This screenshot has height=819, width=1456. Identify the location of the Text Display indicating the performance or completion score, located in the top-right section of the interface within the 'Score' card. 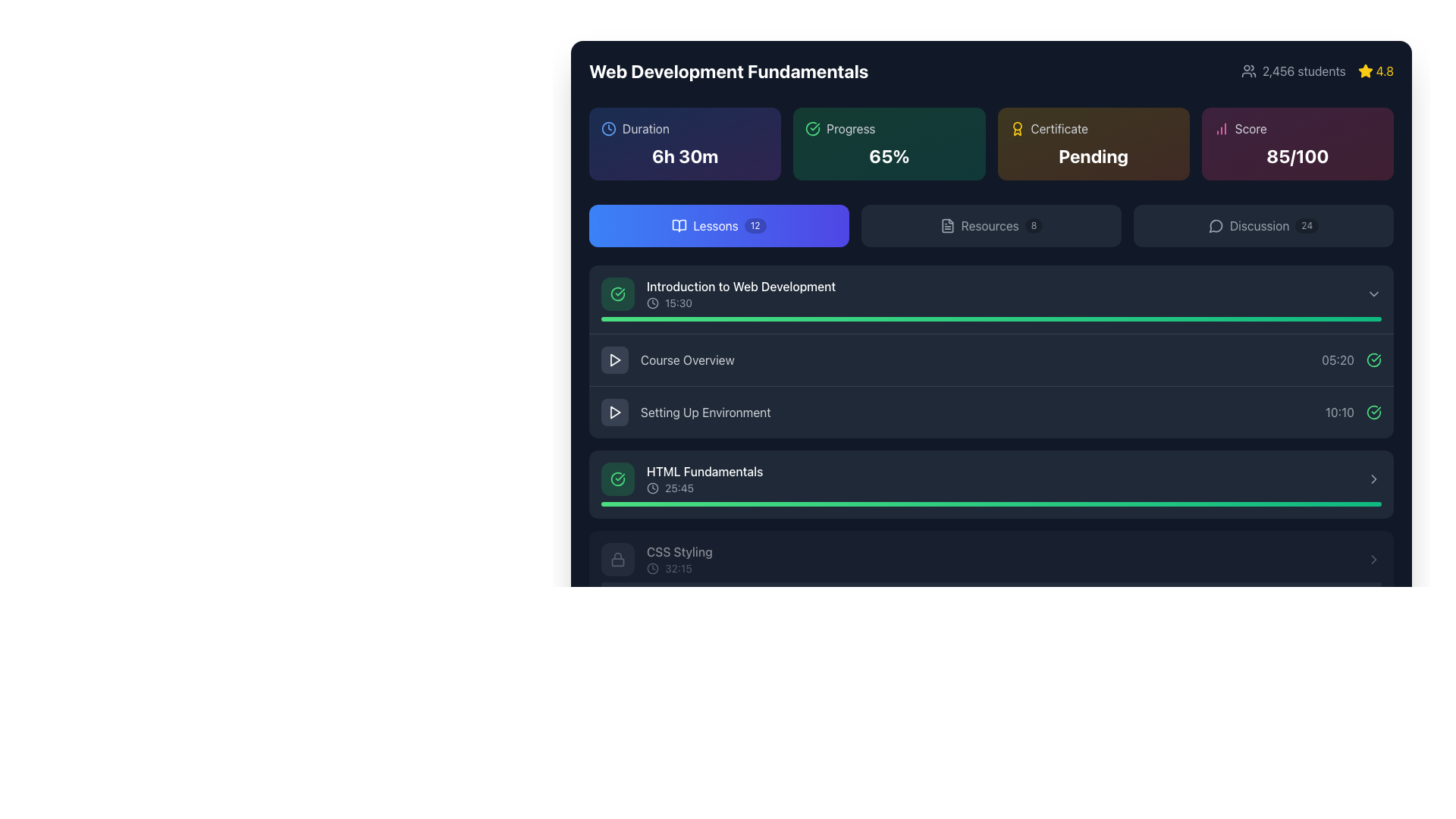
(1297, 155).